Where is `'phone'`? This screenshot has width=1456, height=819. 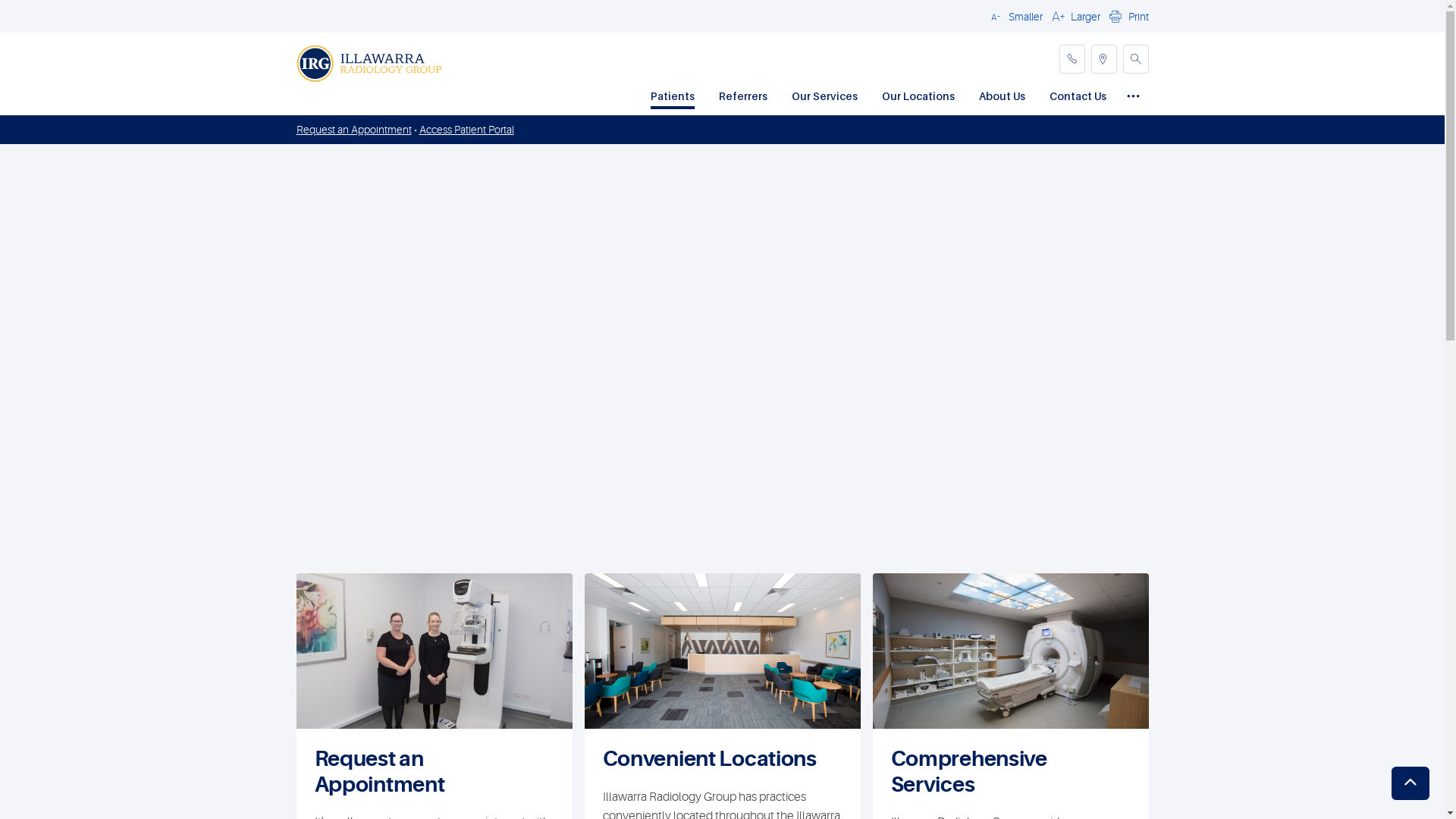 'phone' is located at coordinates (1070, 58).